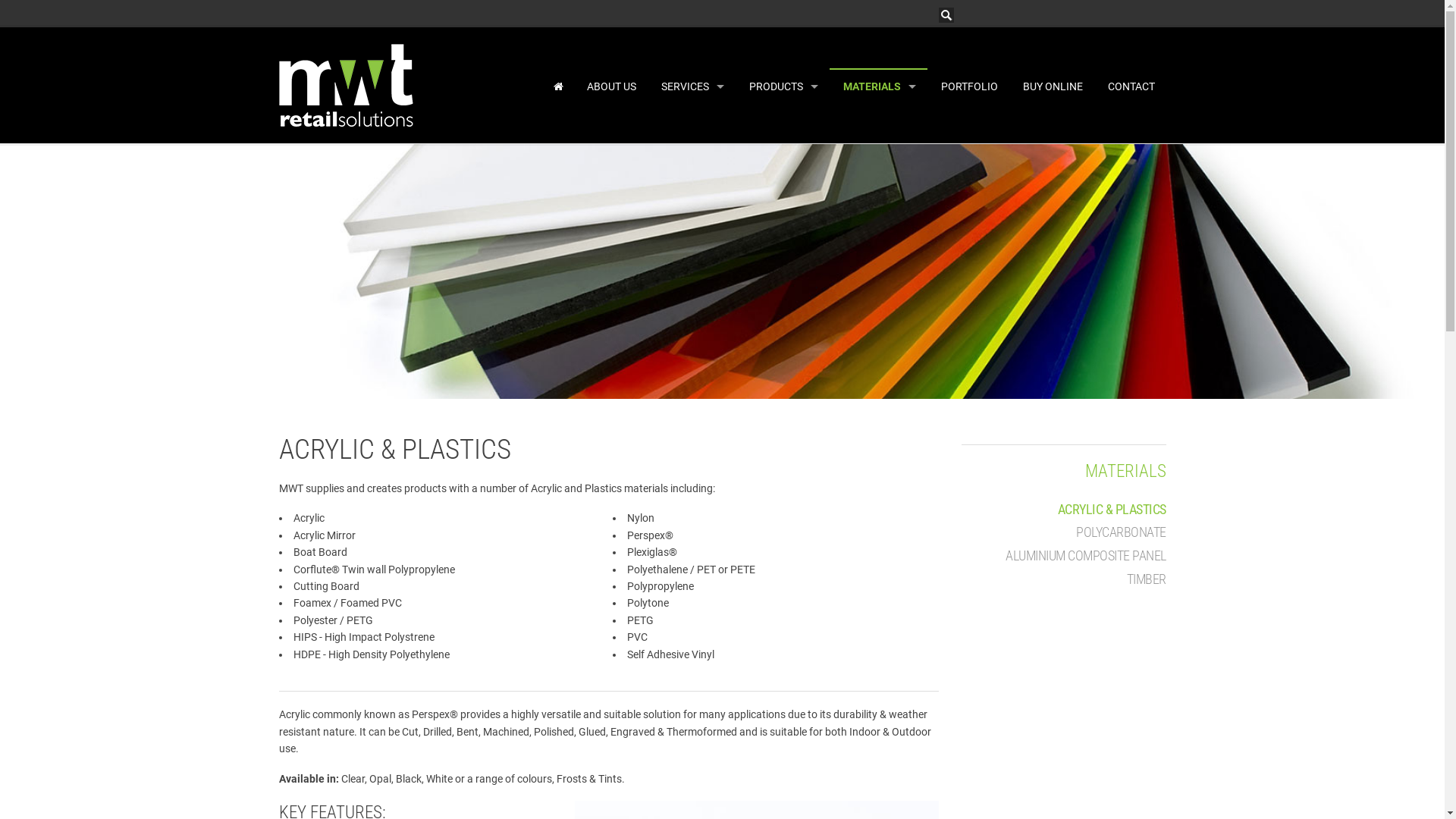 The height and width of the screenshot is (819, 1456). What do you see at coordinates (1084, 555) in the screenshot?
I see `'ALUMINIUM COMPOSITE PANEL'` at bounding box center [1084, 555].